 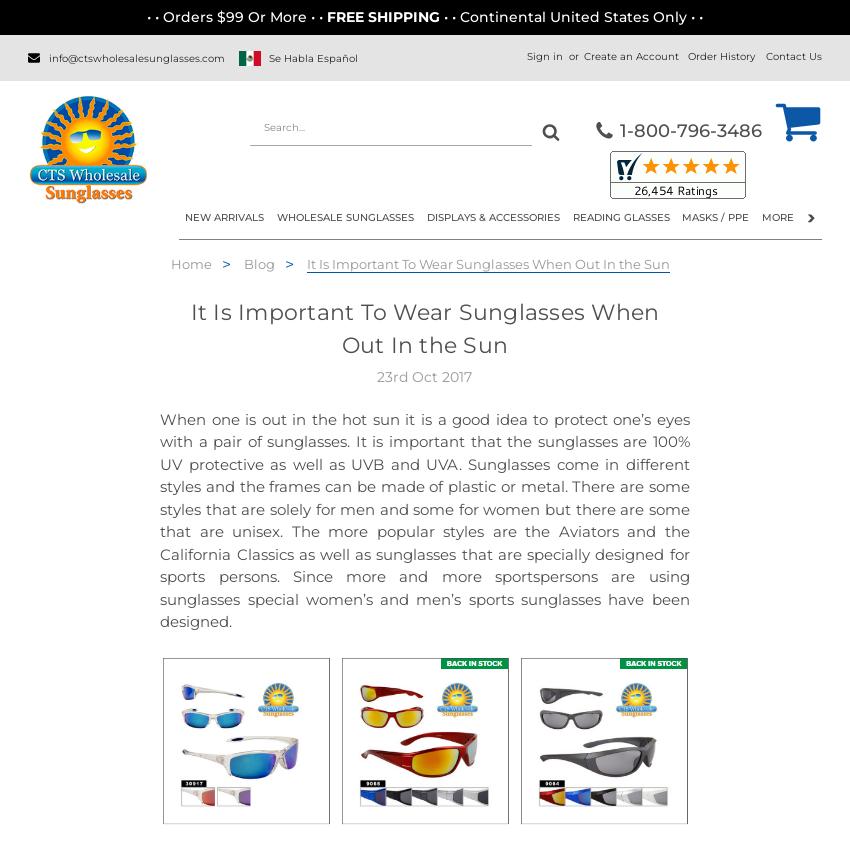 What do you see at coordinates (189, 261) in the screenshot?
I see `'Home'` at bounding box center [189, 261].